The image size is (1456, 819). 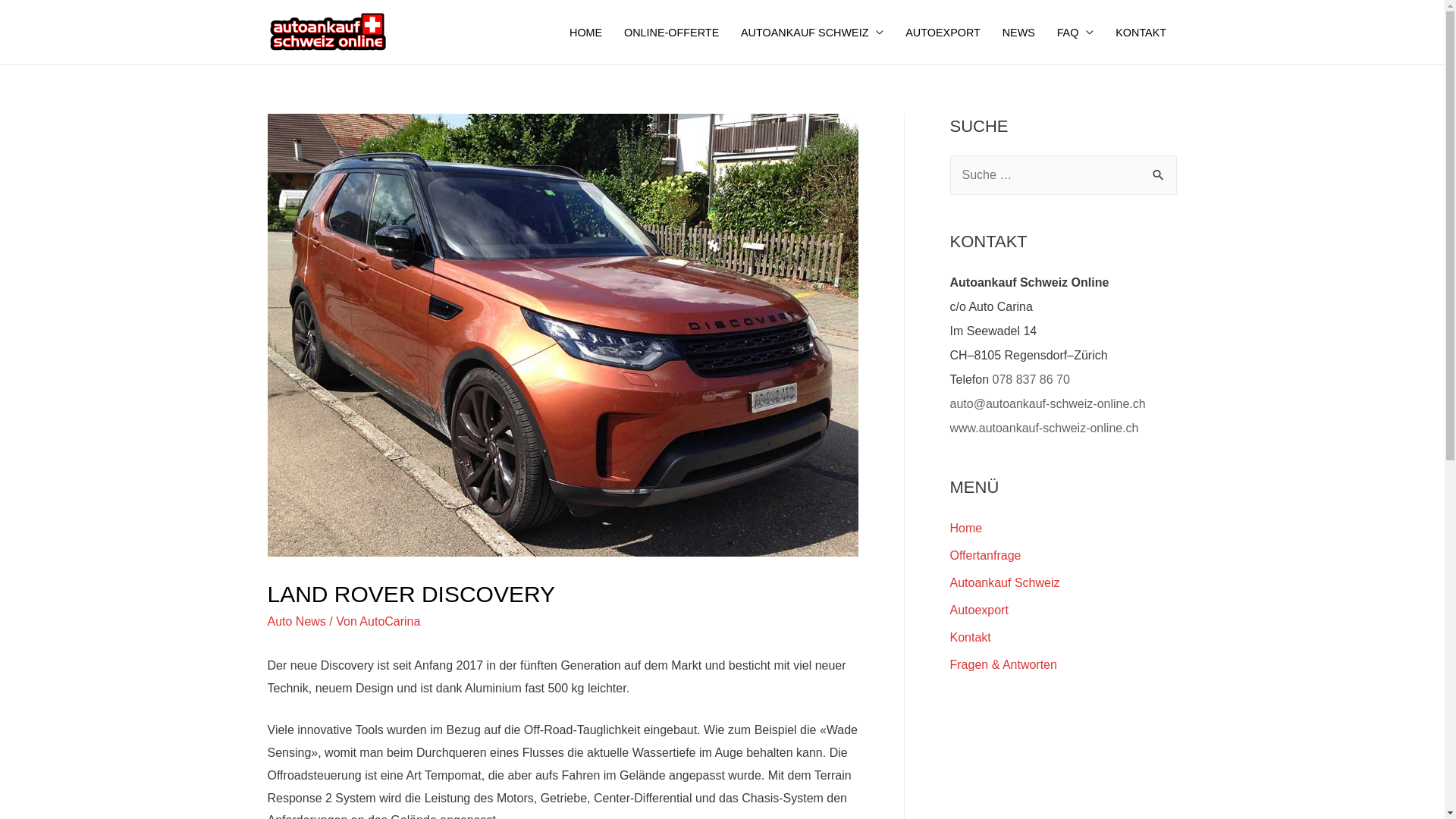 What do you see at coordinates (1043, 428) in the screenshot?
I see `'www.autoankauf-schweiz-online.ch'` at bounding box center [1043, 428].